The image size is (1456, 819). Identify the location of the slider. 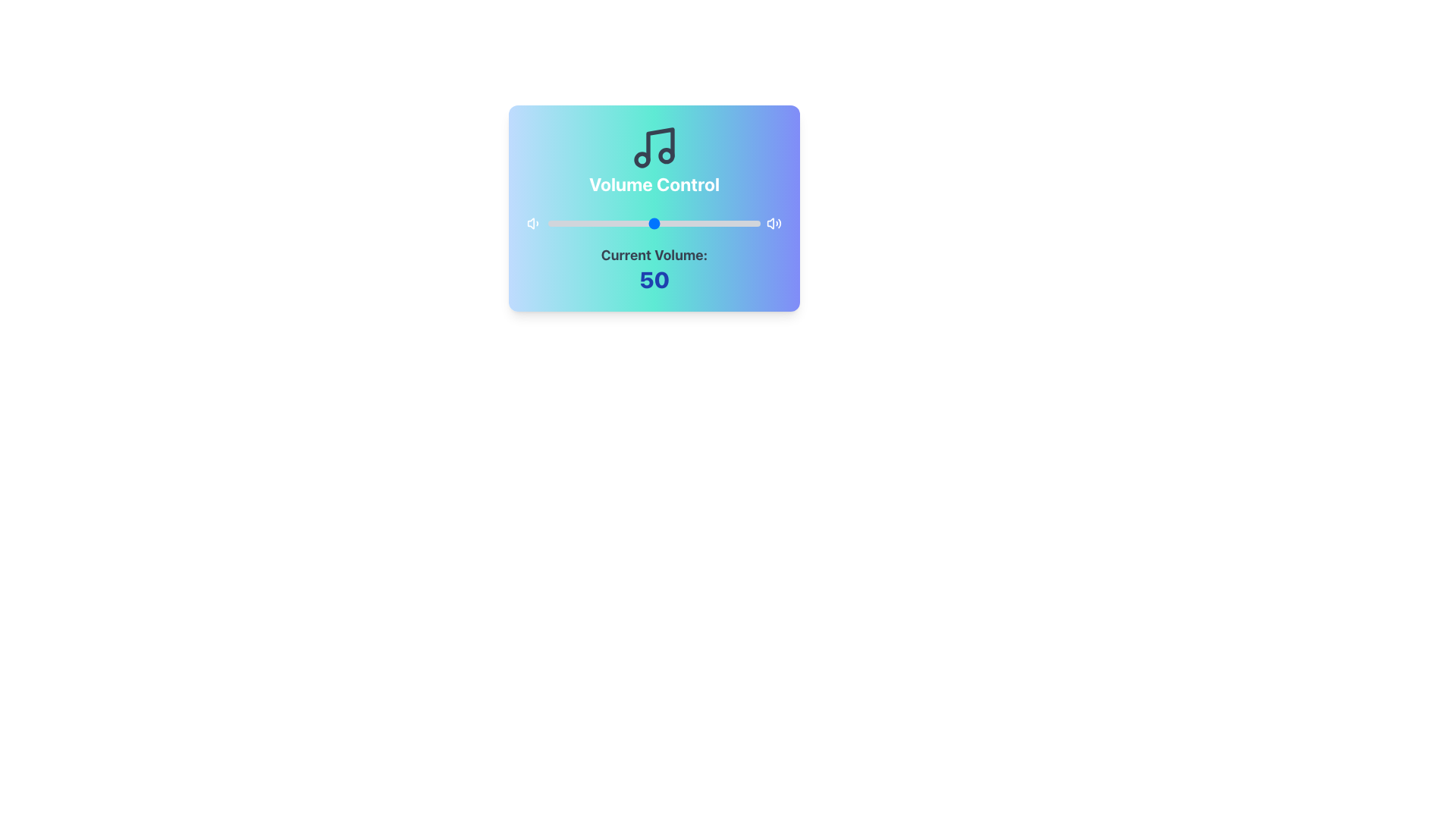
(715, 223).